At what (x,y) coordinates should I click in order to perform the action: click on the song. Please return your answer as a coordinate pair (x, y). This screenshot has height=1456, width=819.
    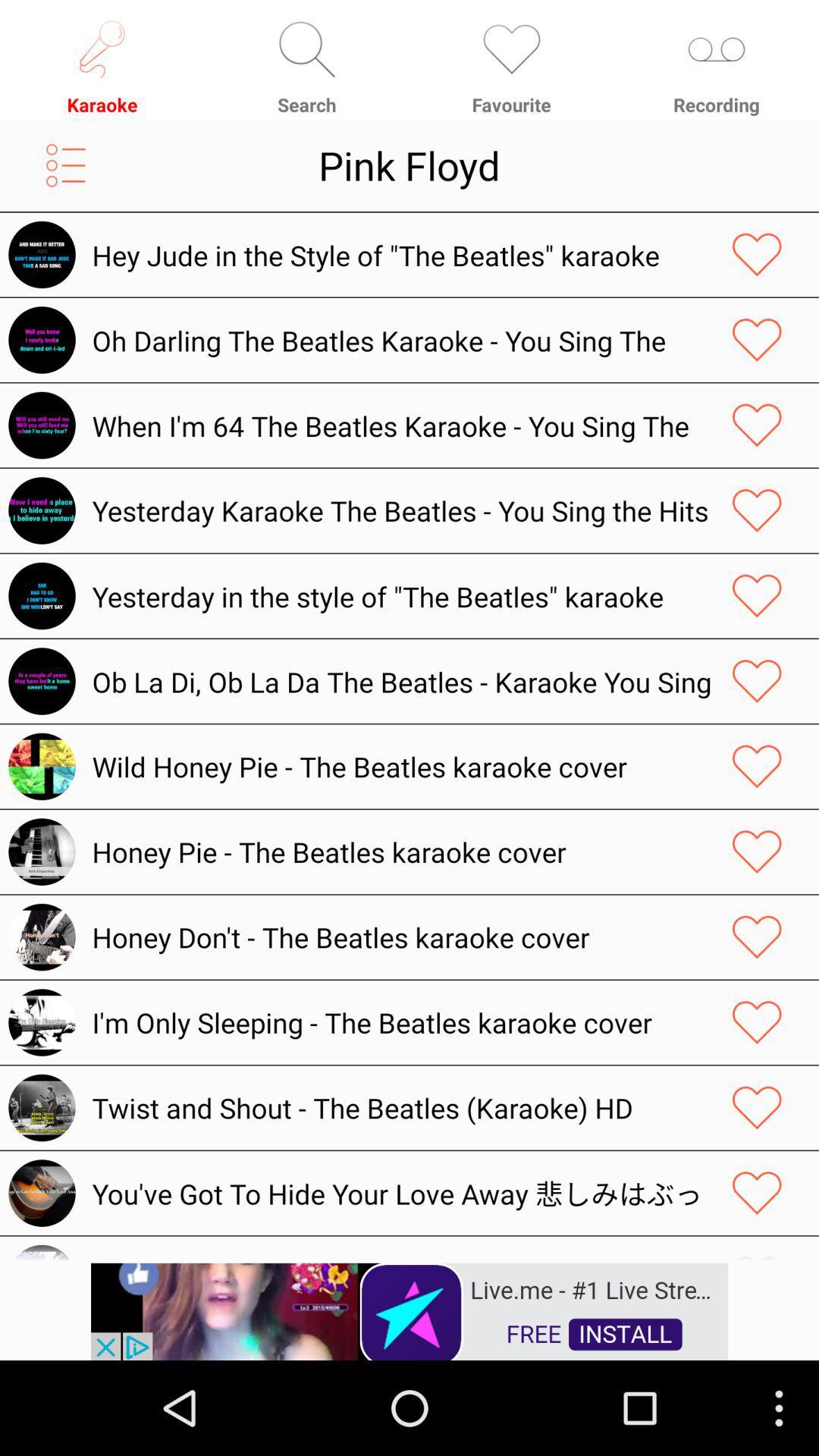
    Looking at the image, I should click on (757, 339).